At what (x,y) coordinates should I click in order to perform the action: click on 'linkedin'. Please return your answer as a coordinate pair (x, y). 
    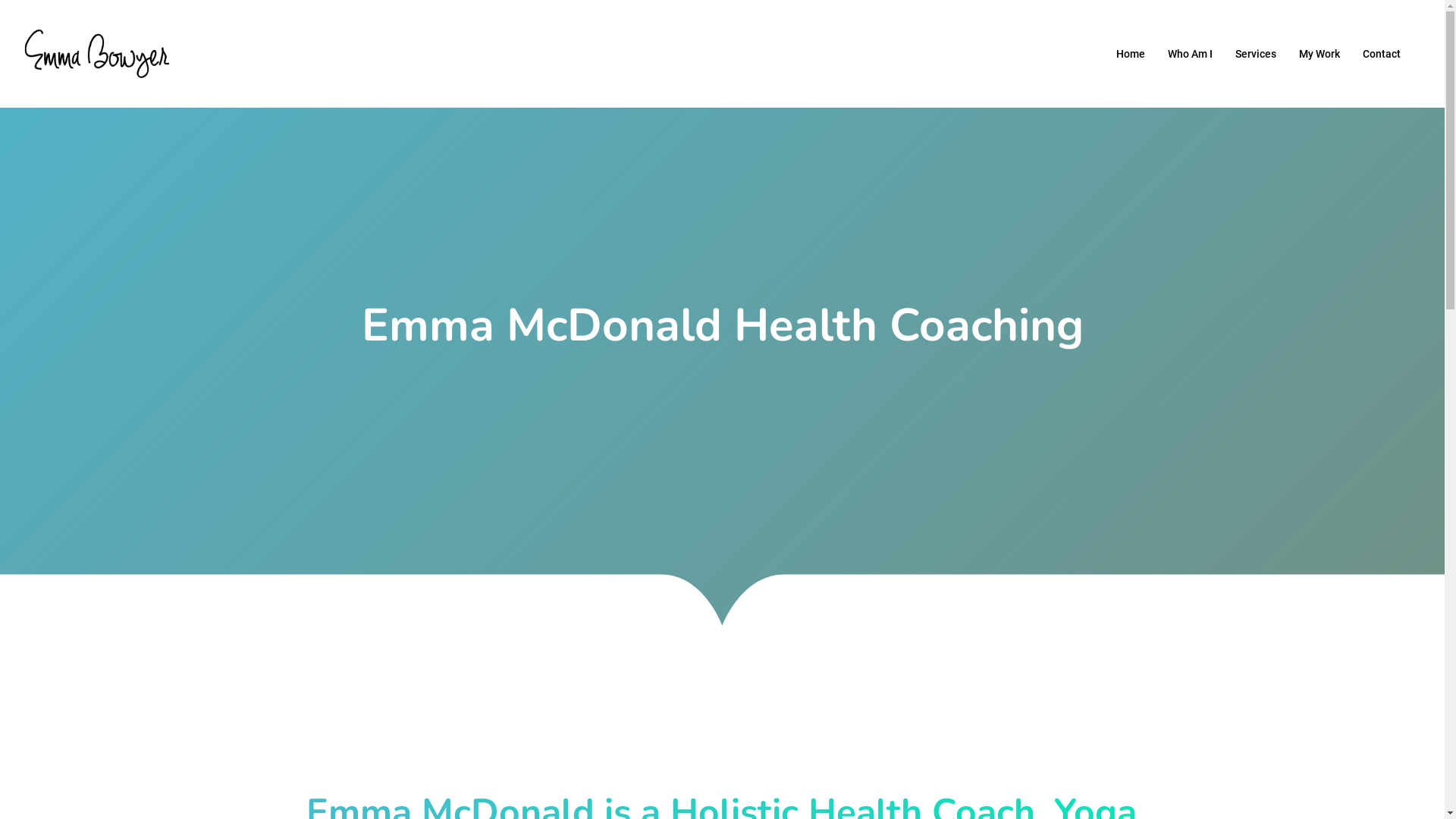
    Looking at the image, I should click on (722, 708).